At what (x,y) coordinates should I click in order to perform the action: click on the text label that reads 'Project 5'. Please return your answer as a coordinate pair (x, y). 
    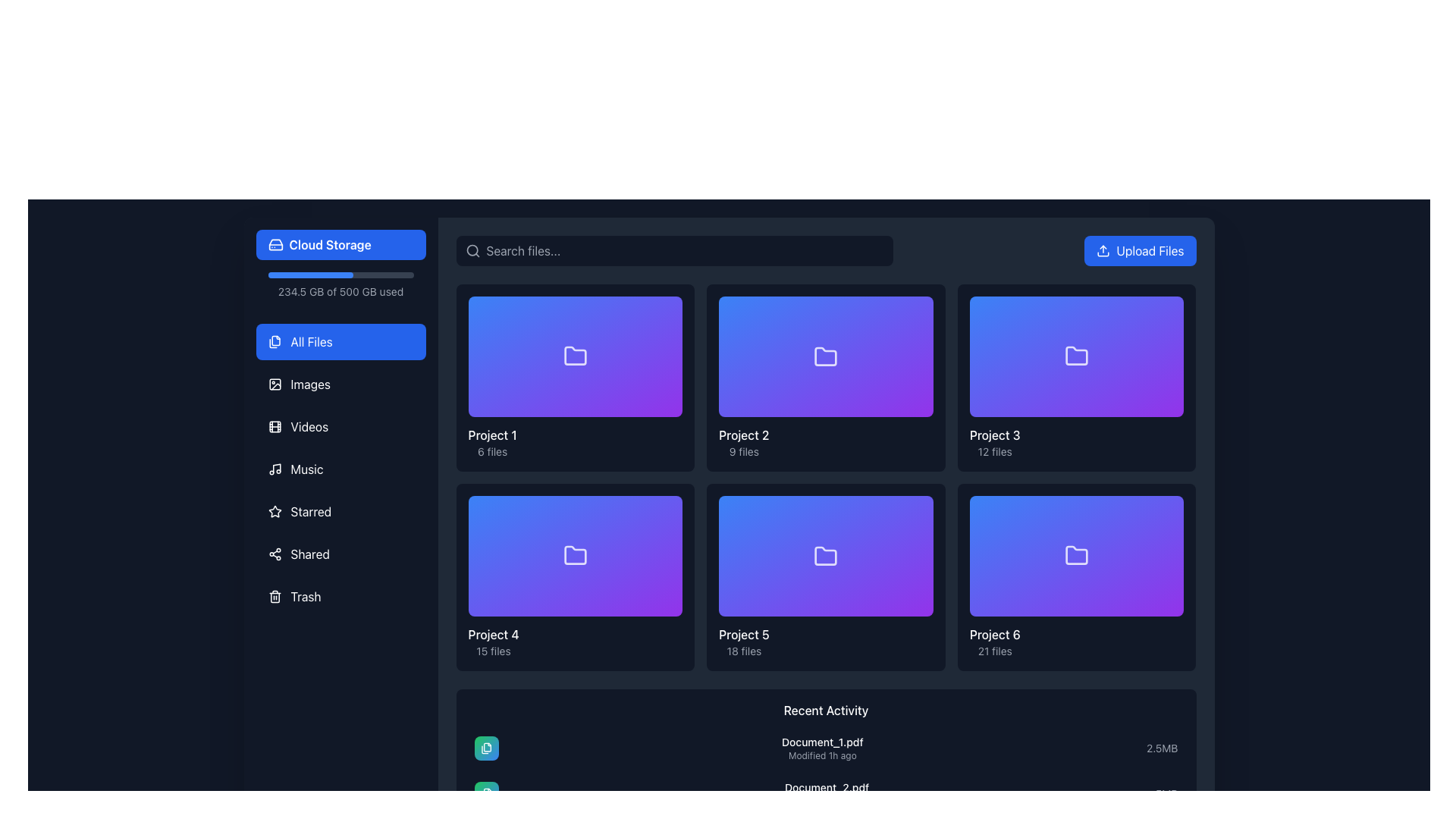
    Looking at the image, I should click on (744, 635).